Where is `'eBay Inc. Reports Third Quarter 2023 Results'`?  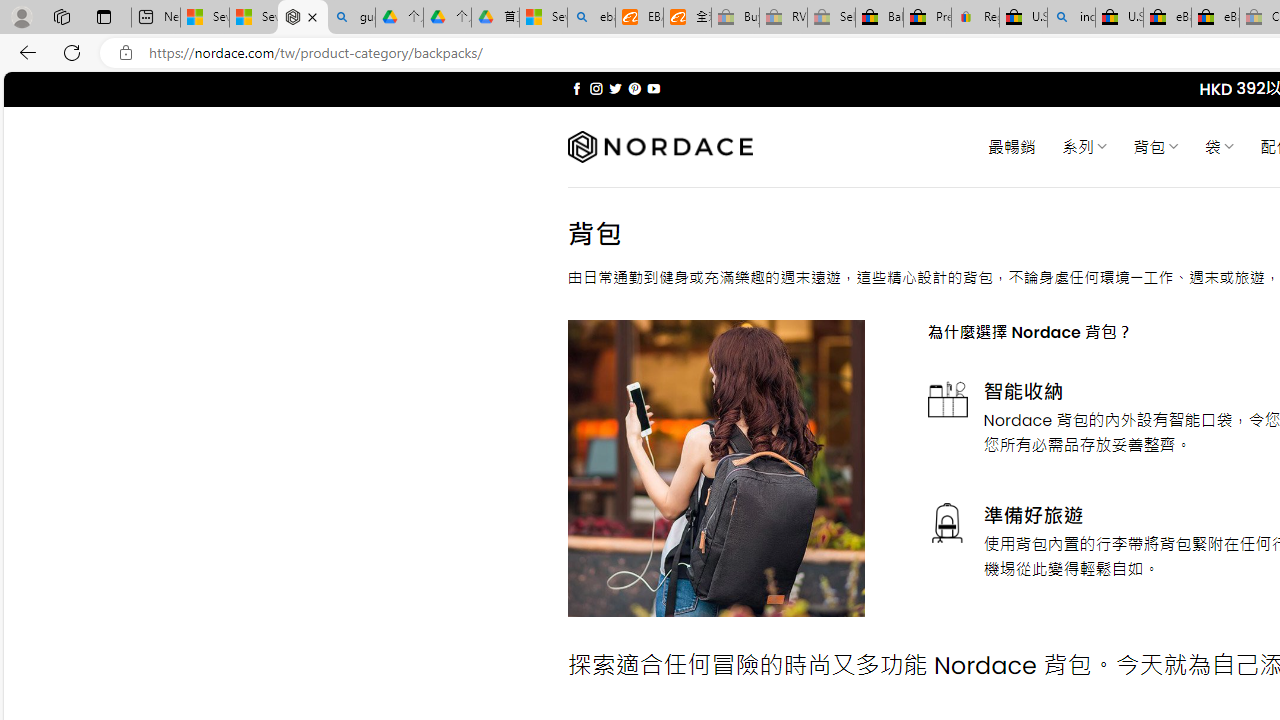
'eBay Inc. Reports Third Quarter 2023 Results' is located at coordinates (1214, 17).